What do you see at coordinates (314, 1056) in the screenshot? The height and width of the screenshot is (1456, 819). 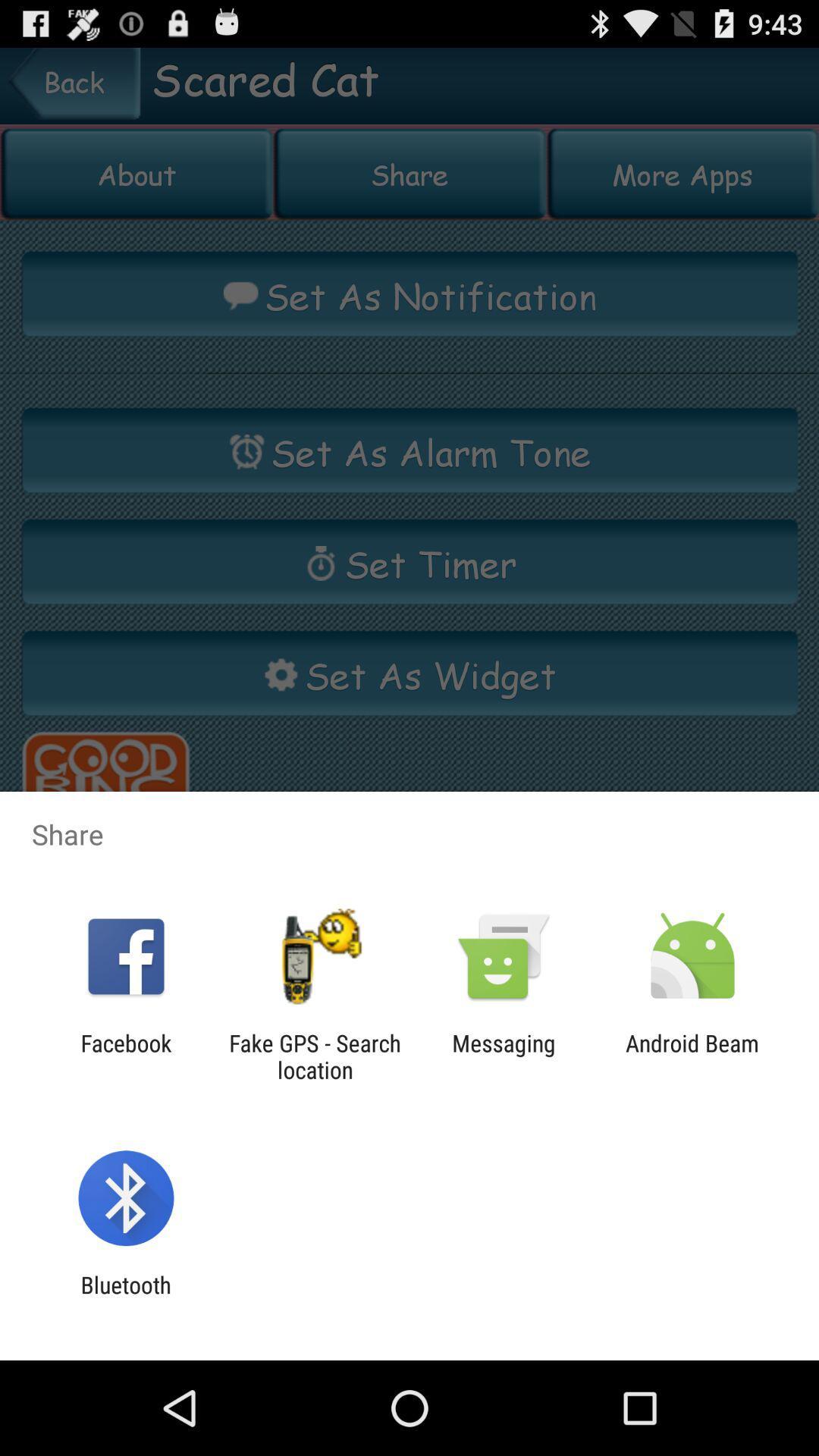 I see `the fake gps search` at bounding box center [314, 1056].